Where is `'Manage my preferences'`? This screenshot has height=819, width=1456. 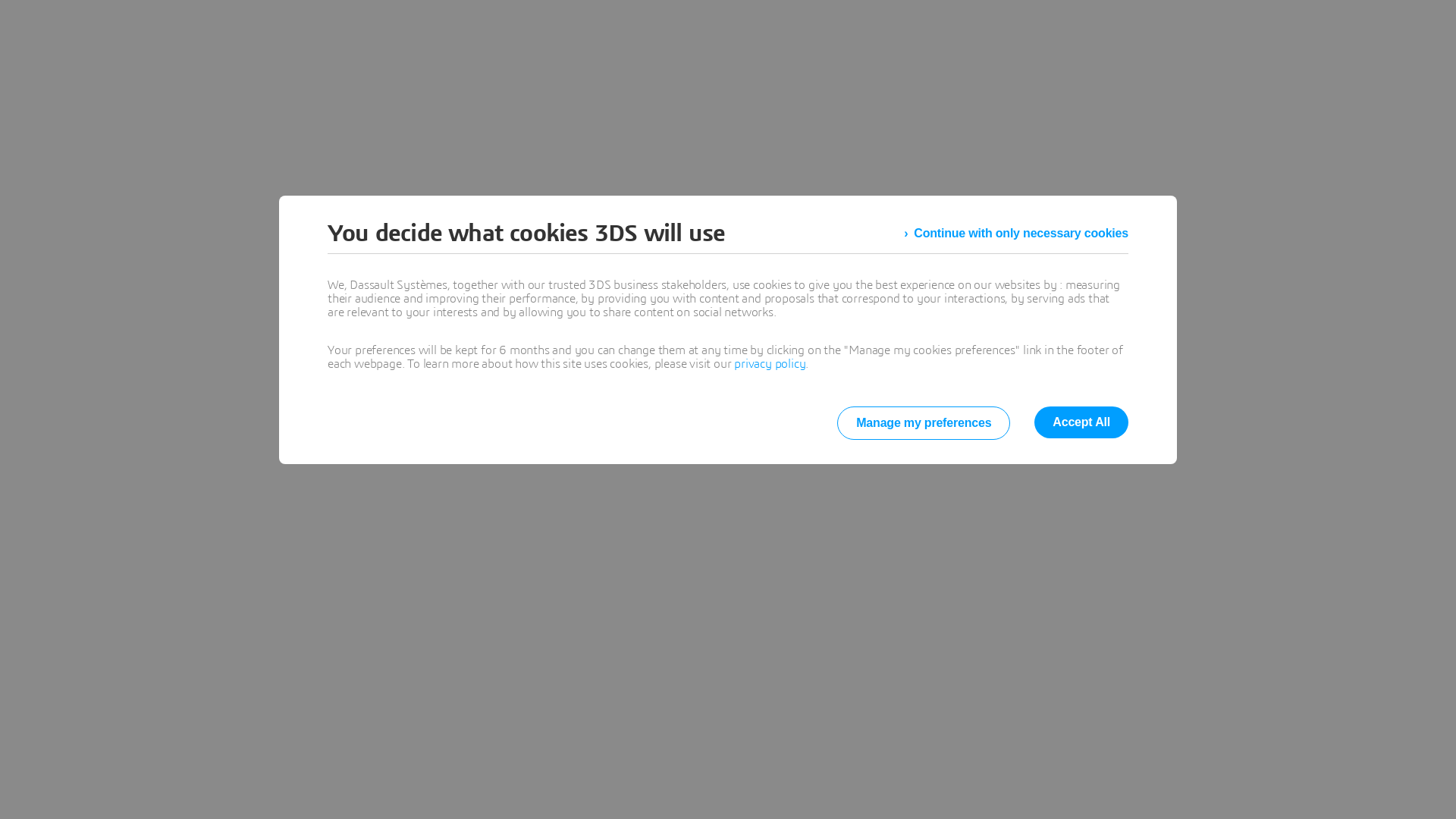
'Manage my preferences' is located at coordinates (923, 423).